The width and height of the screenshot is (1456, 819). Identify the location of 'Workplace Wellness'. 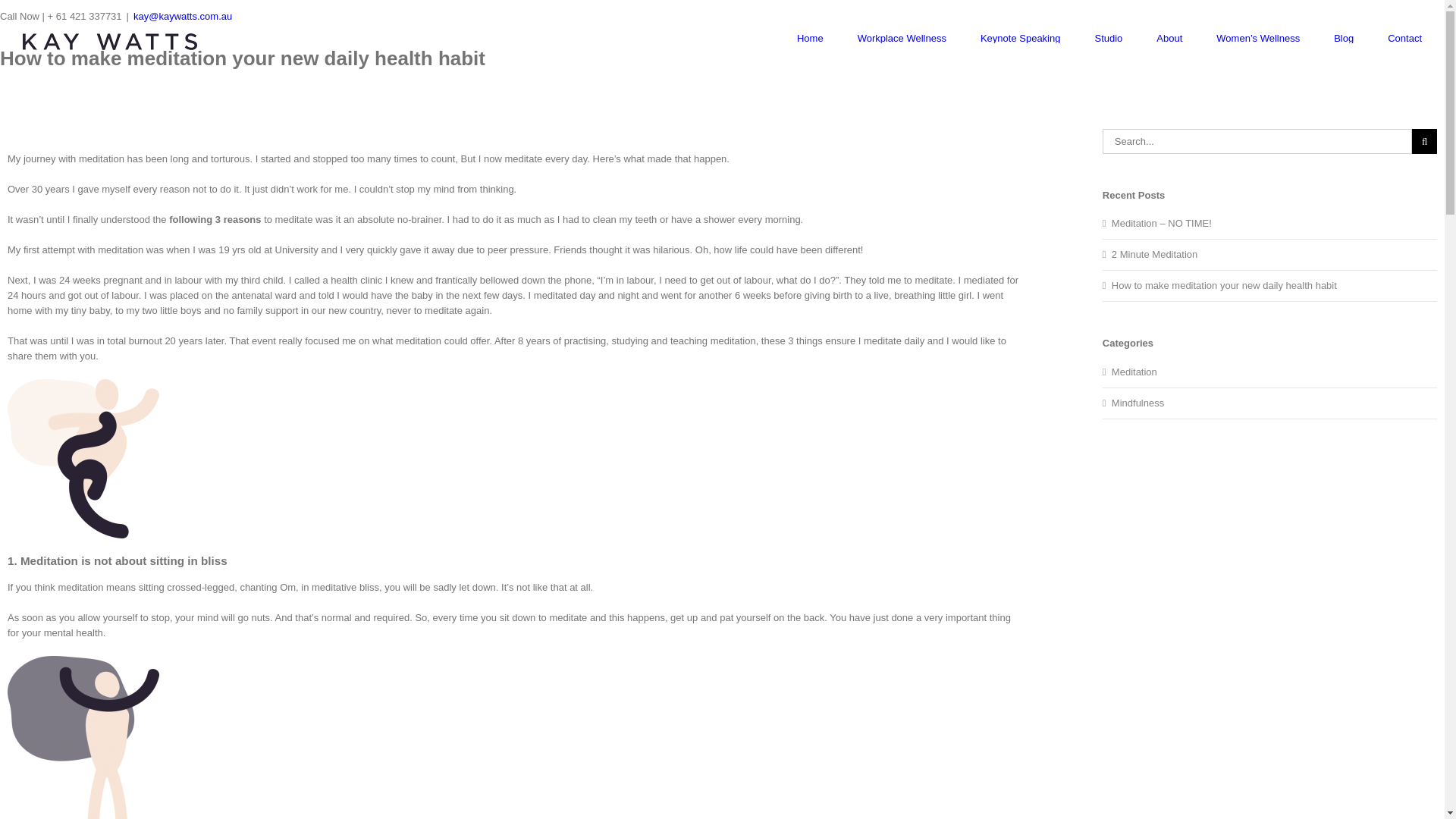
(902, 37).